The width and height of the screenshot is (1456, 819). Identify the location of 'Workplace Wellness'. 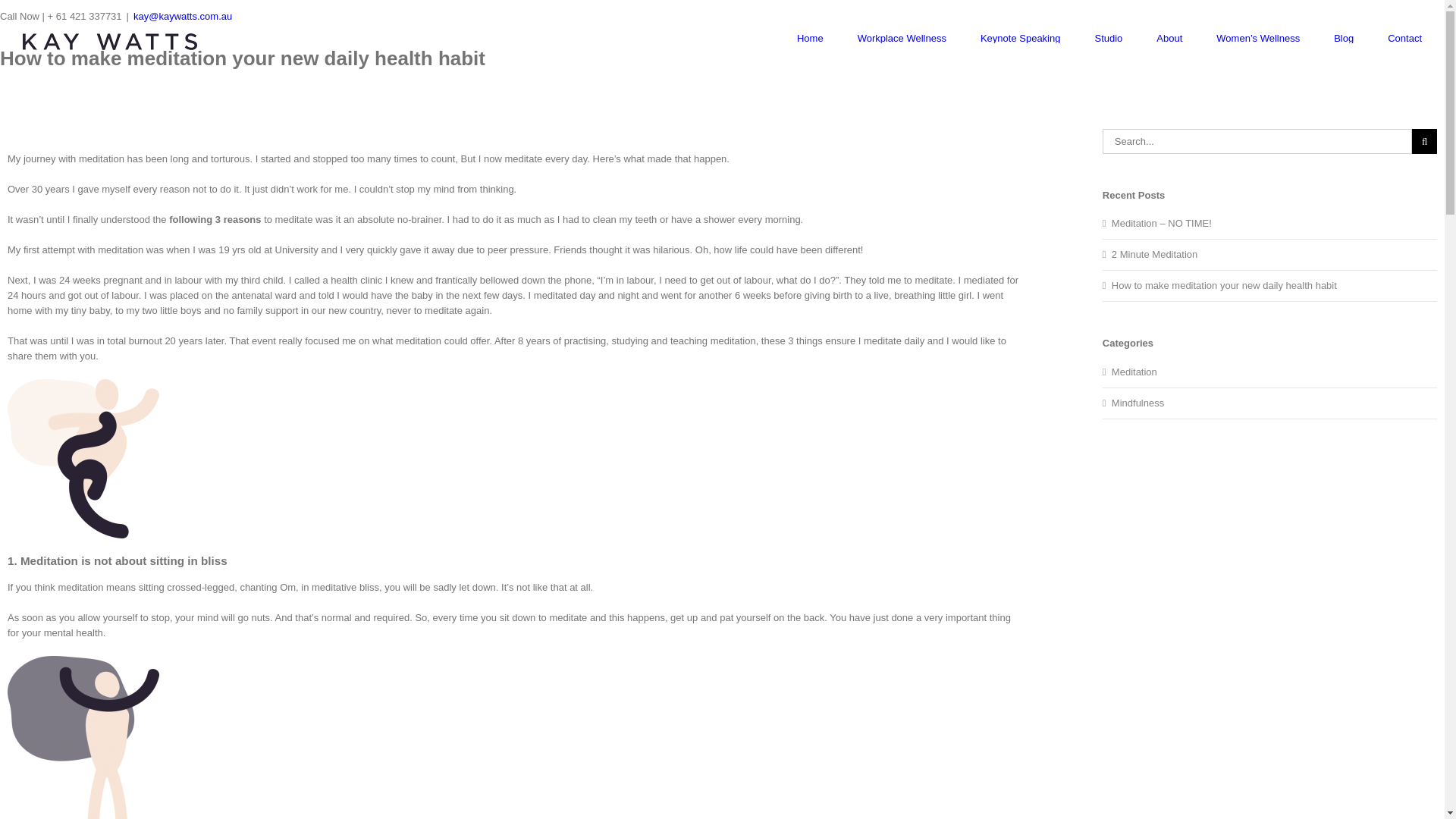
(902, 37).